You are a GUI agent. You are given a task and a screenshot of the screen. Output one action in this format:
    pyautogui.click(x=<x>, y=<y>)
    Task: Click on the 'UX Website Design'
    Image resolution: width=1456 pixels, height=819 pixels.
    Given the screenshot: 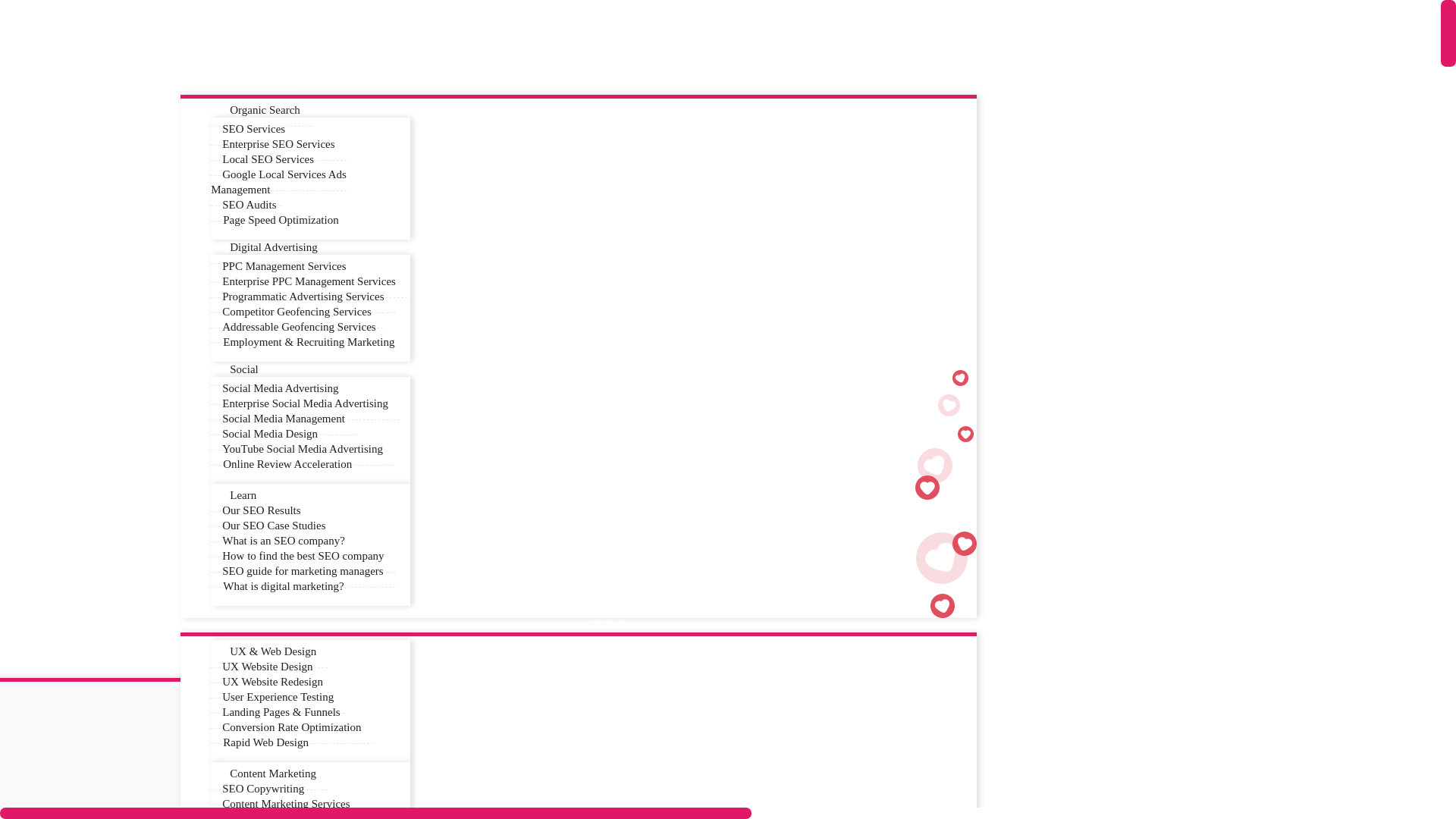 What is the action you would take?
    pyautogui.click(x=267, y=666)
    